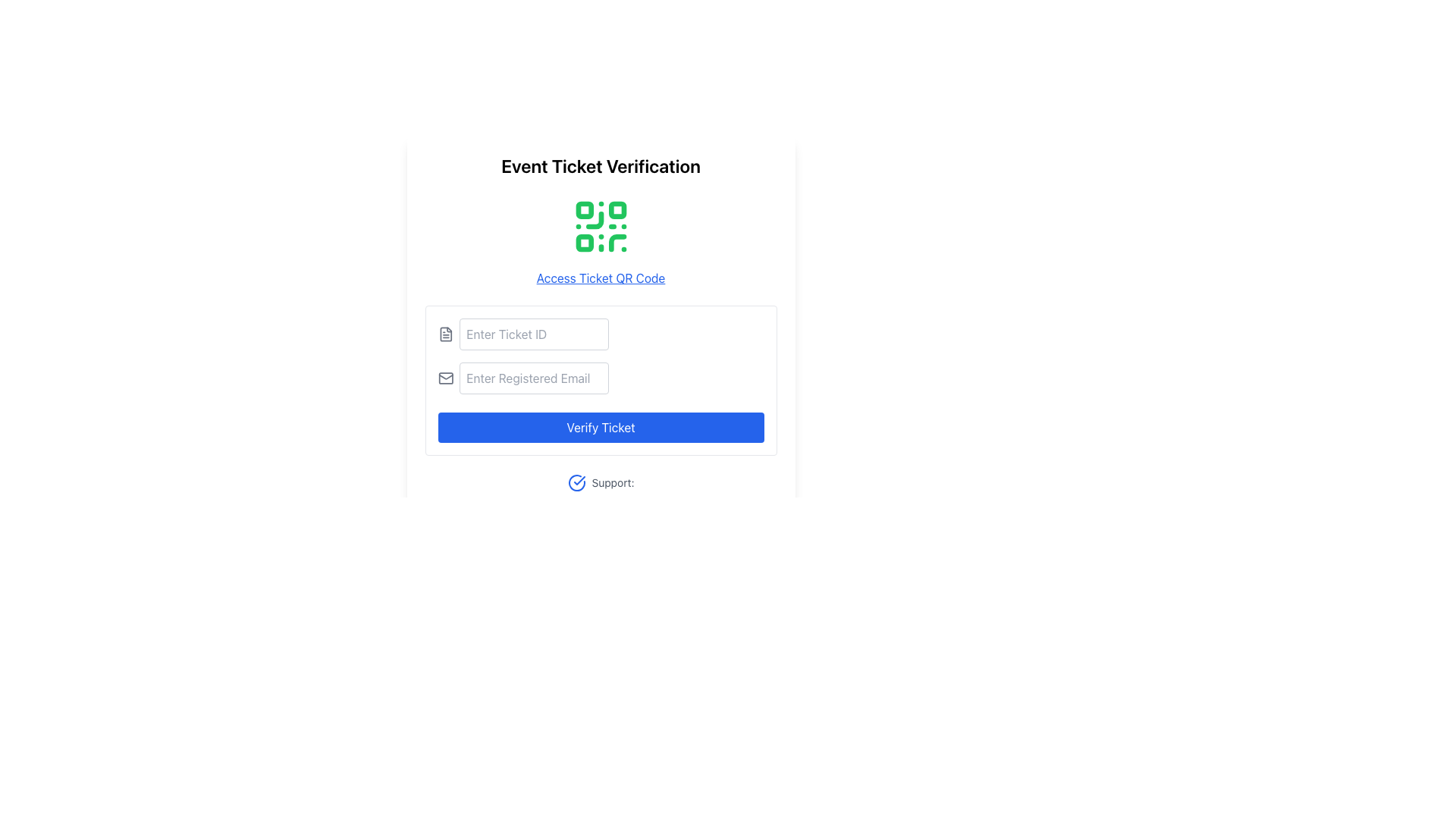 This screenshot has height=819, width=1456. What do you see at coordinates (600, 482) in the screenshot?
I see `the support information text with an icon located at the bottom section of the interface, below the 'Verify Ticket' button` at bounding box center [600, 482].